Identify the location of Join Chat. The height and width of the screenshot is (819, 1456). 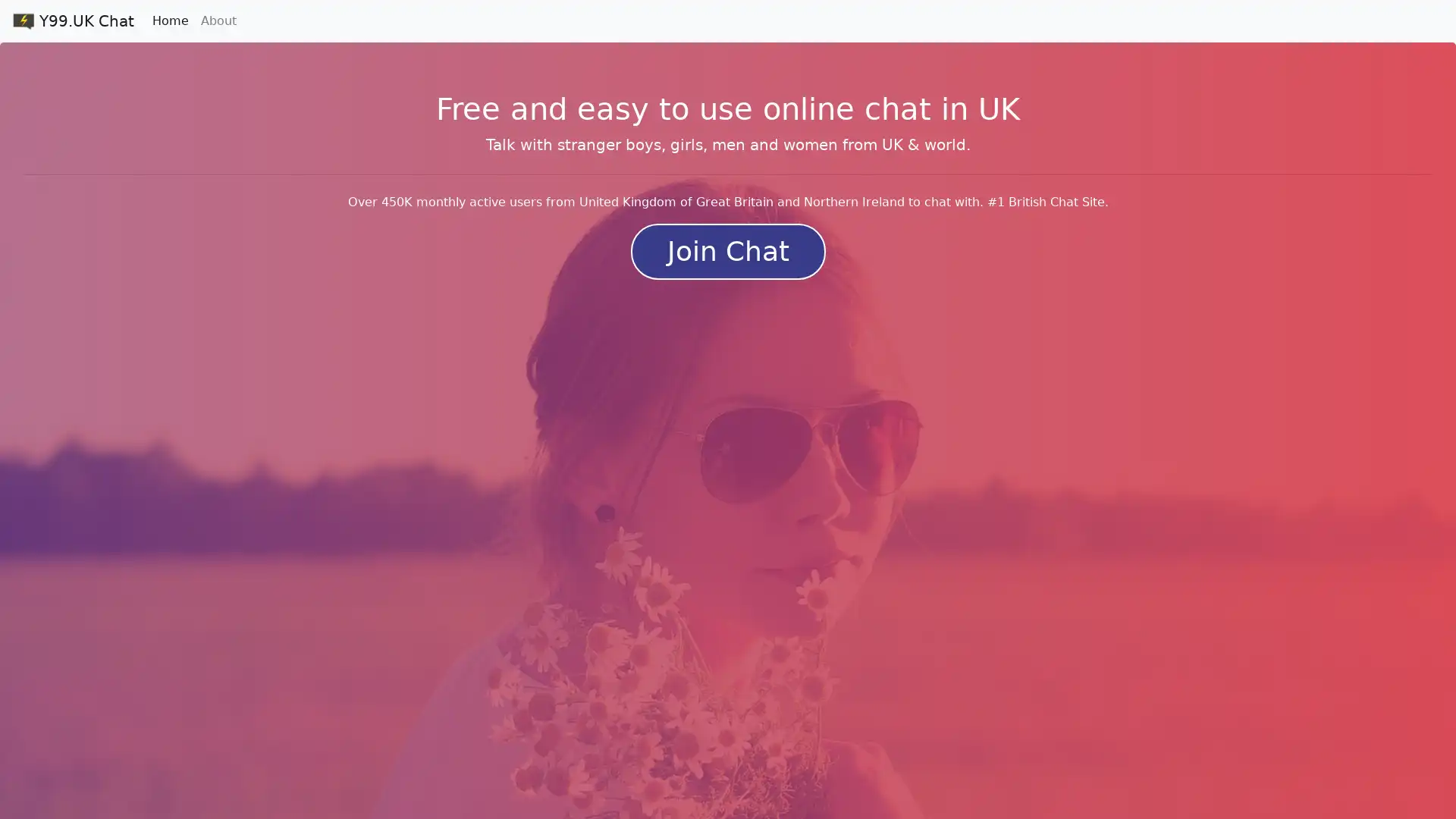
(726, 250).